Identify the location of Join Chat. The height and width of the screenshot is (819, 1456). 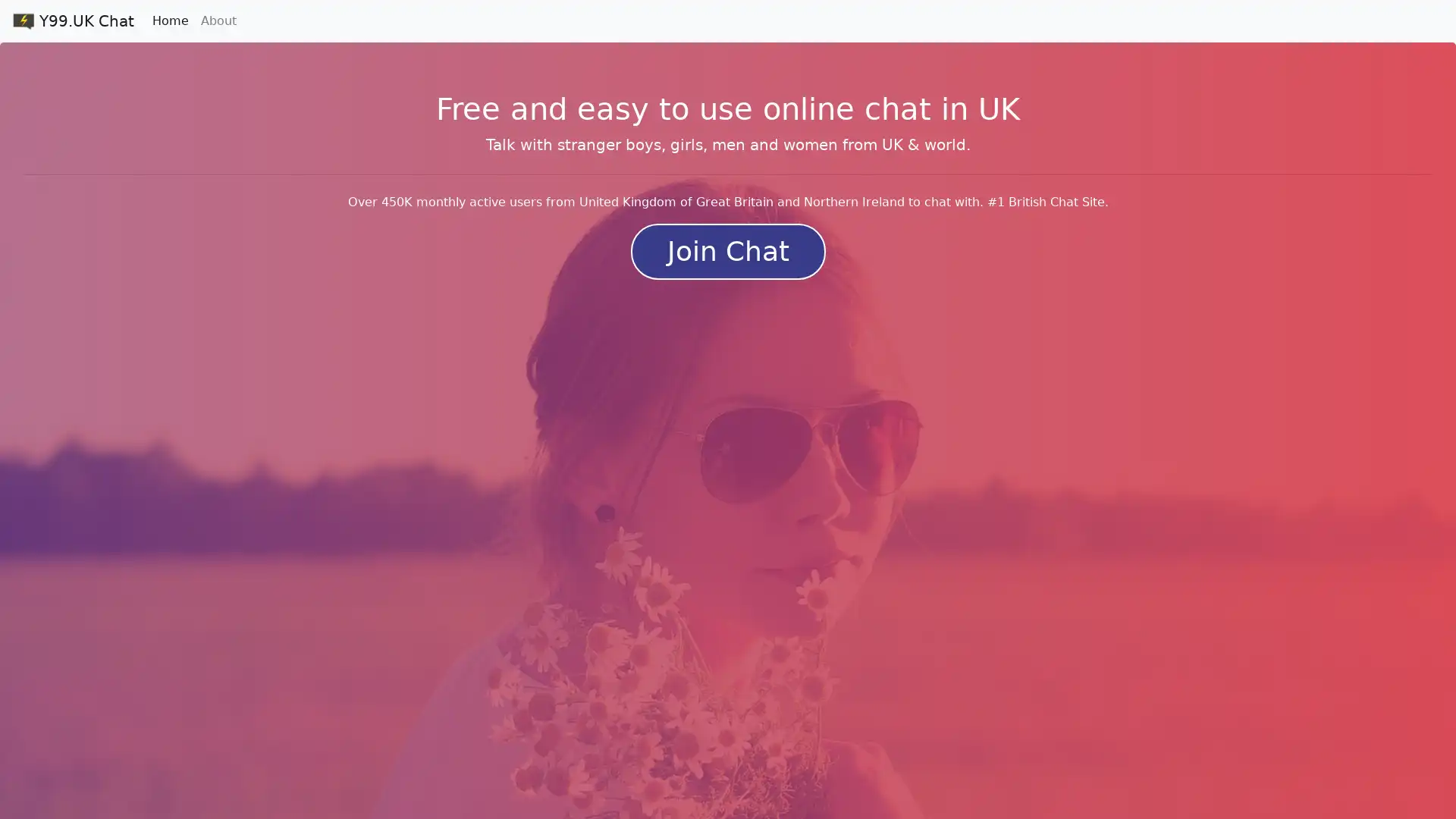
(726, 250).